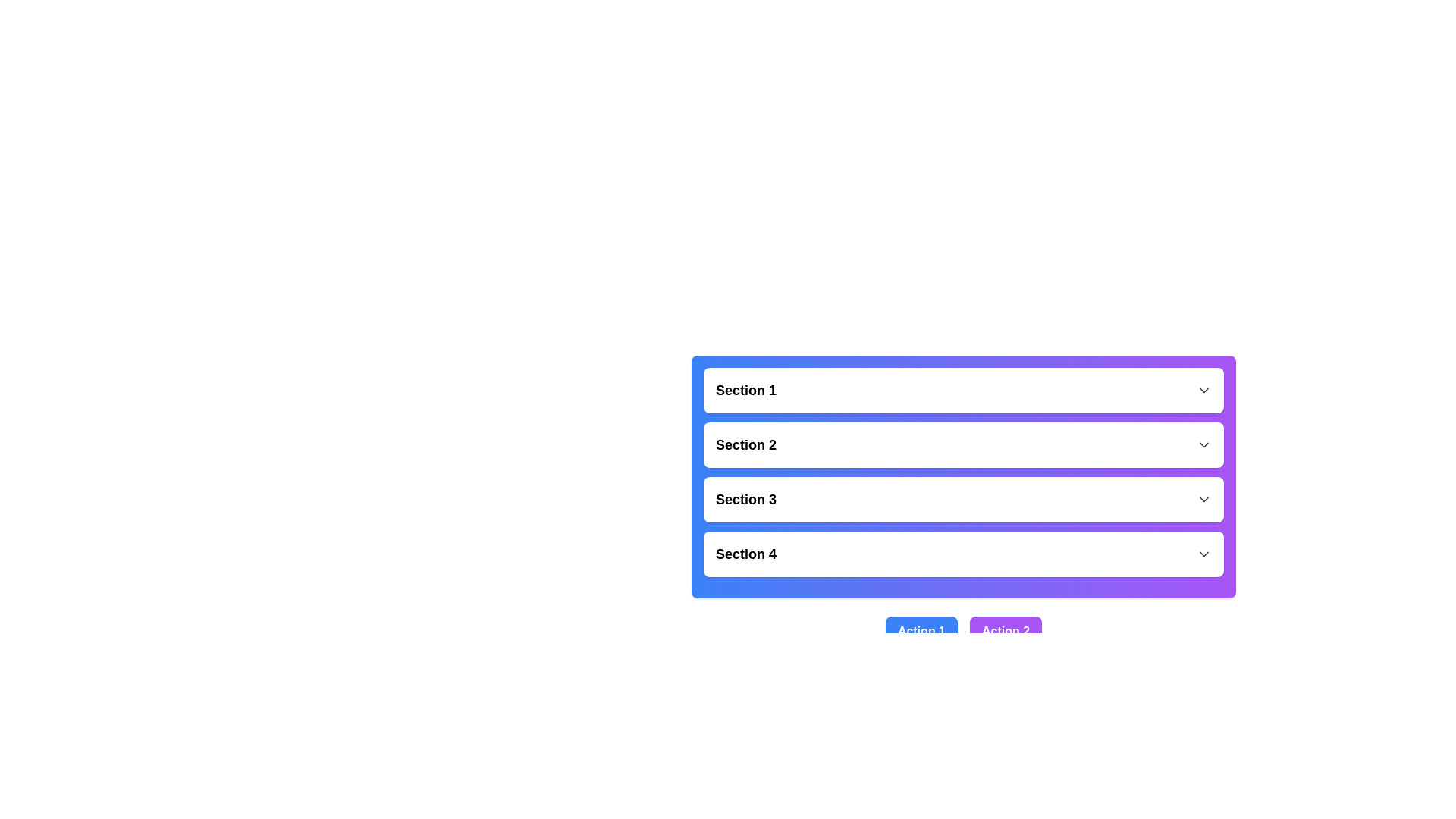 This screenshot has width=1456, height=819. Describe the element at coordinates (745, 554) in the screenshot. I see `the Text Label that identifies the fourth section of the collapsible dropdown menu, located near the bottom of the interface` at that location.